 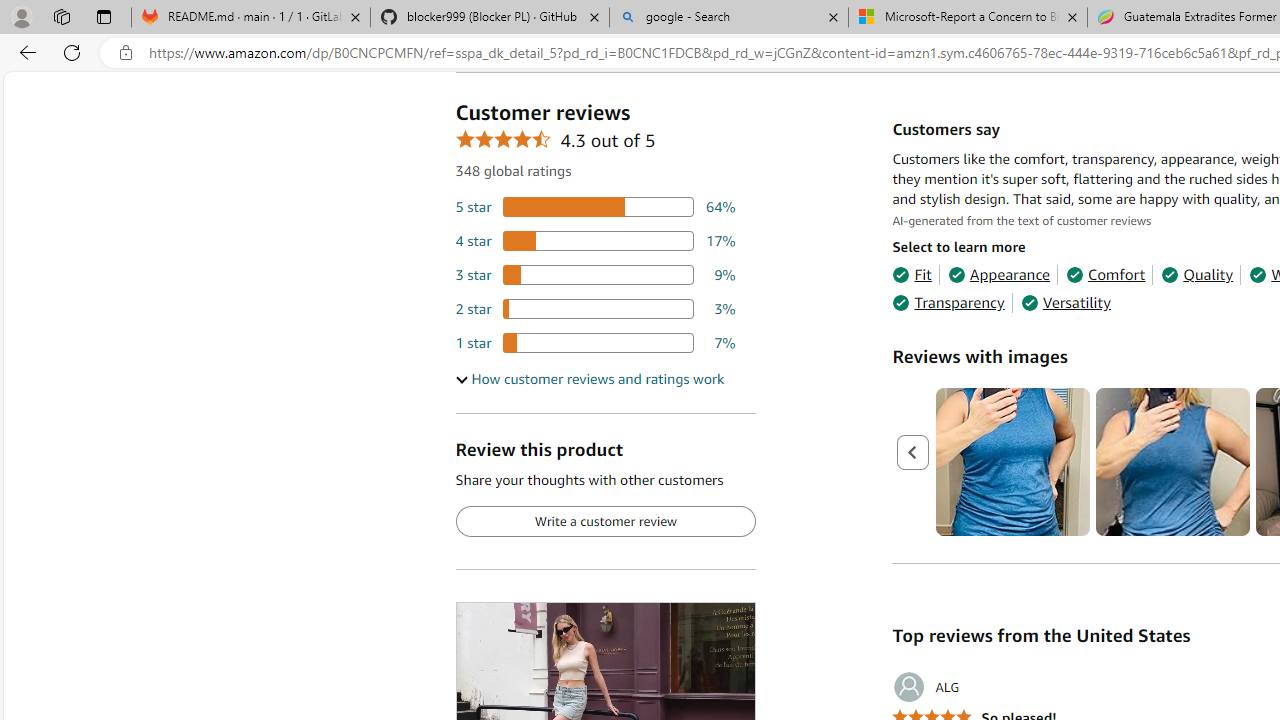 What do you see at coordinates (912, 452) in the screenshot?
I see `'Previous page'` at bounding box center [912, 452].